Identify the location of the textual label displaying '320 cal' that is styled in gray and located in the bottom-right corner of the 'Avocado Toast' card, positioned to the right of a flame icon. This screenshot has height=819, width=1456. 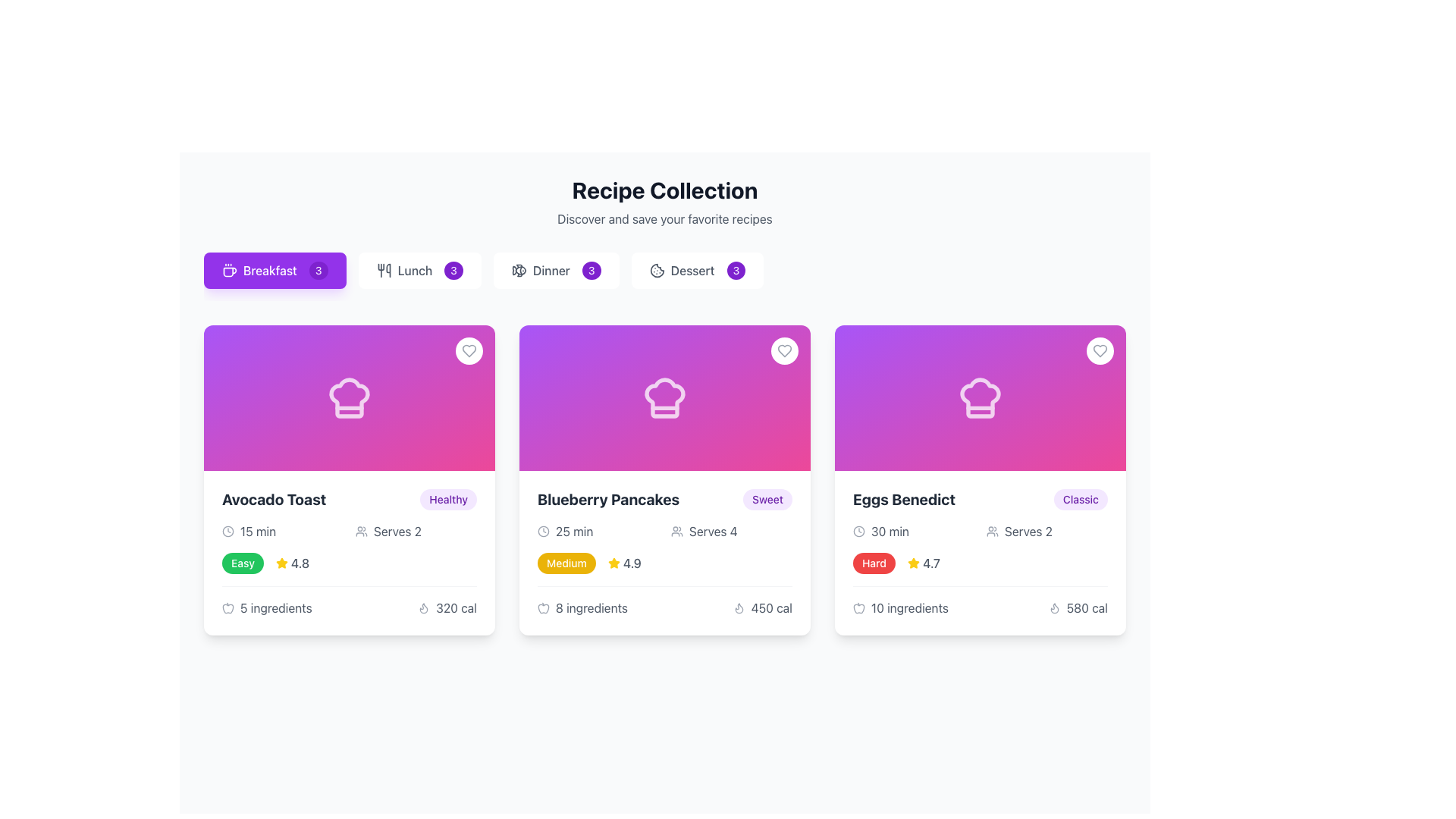
(456, 607).